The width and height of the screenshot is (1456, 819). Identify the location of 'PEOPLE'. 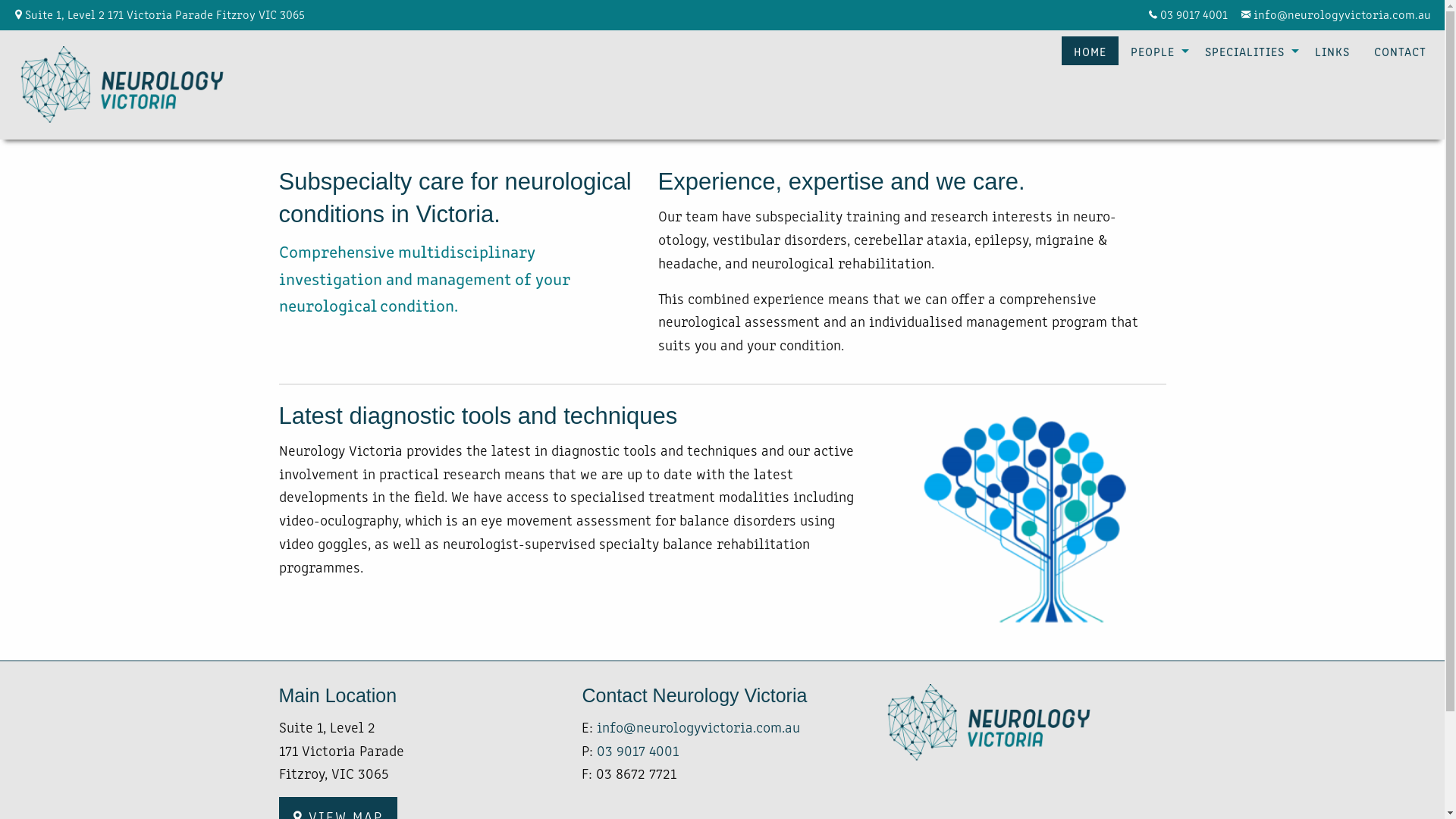
(1154, 49).